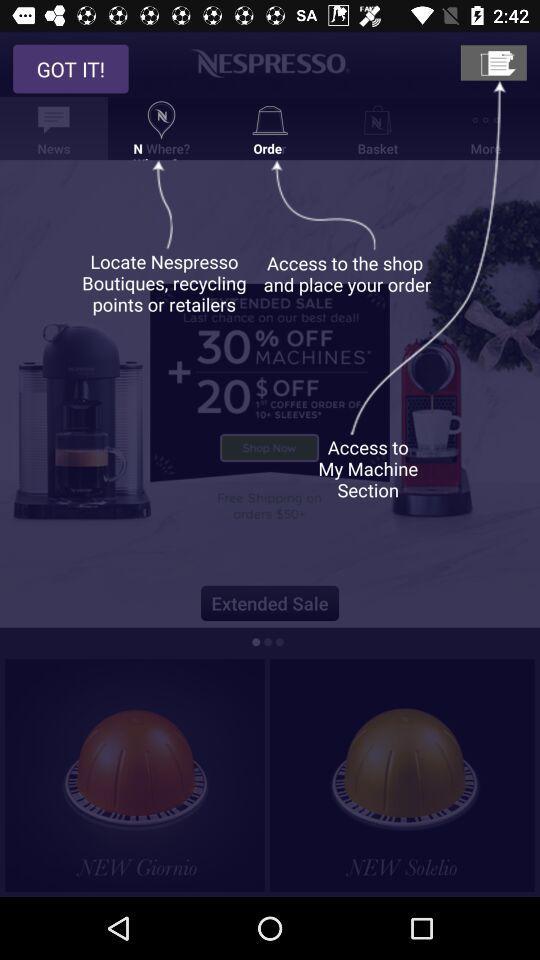  Describe the element at coordinates (492, 62) in the screenshot. I see `my machine` at that location.